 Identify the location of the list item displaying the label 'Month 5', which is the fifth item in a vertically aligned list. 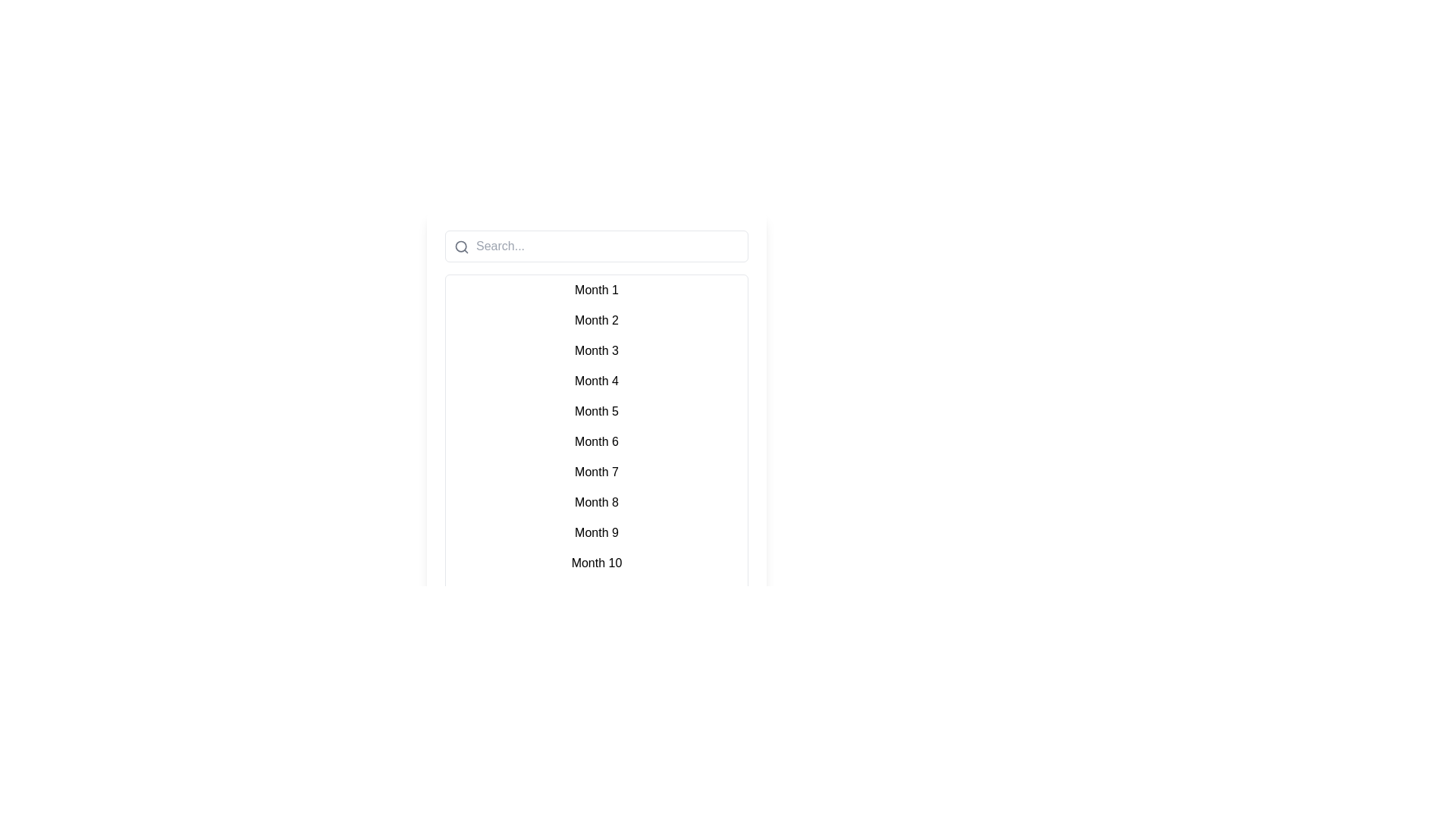
(596, 412).